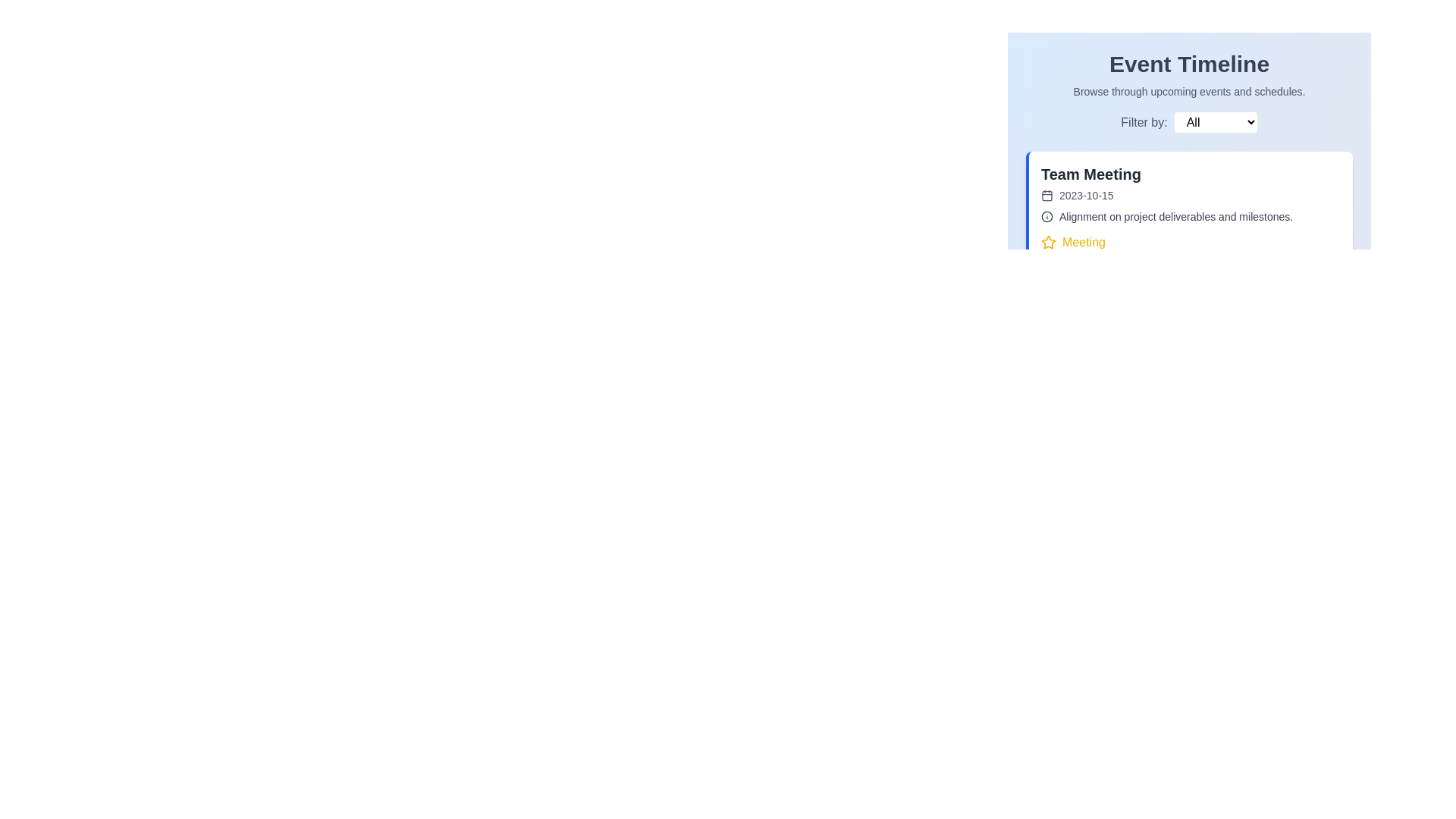  What do you see at coordinates (1090, 183) in the screenshot?
I see `the 'Team Meeting' text block within the 'Event Timeline' section` at bounding box center [1090, 183].